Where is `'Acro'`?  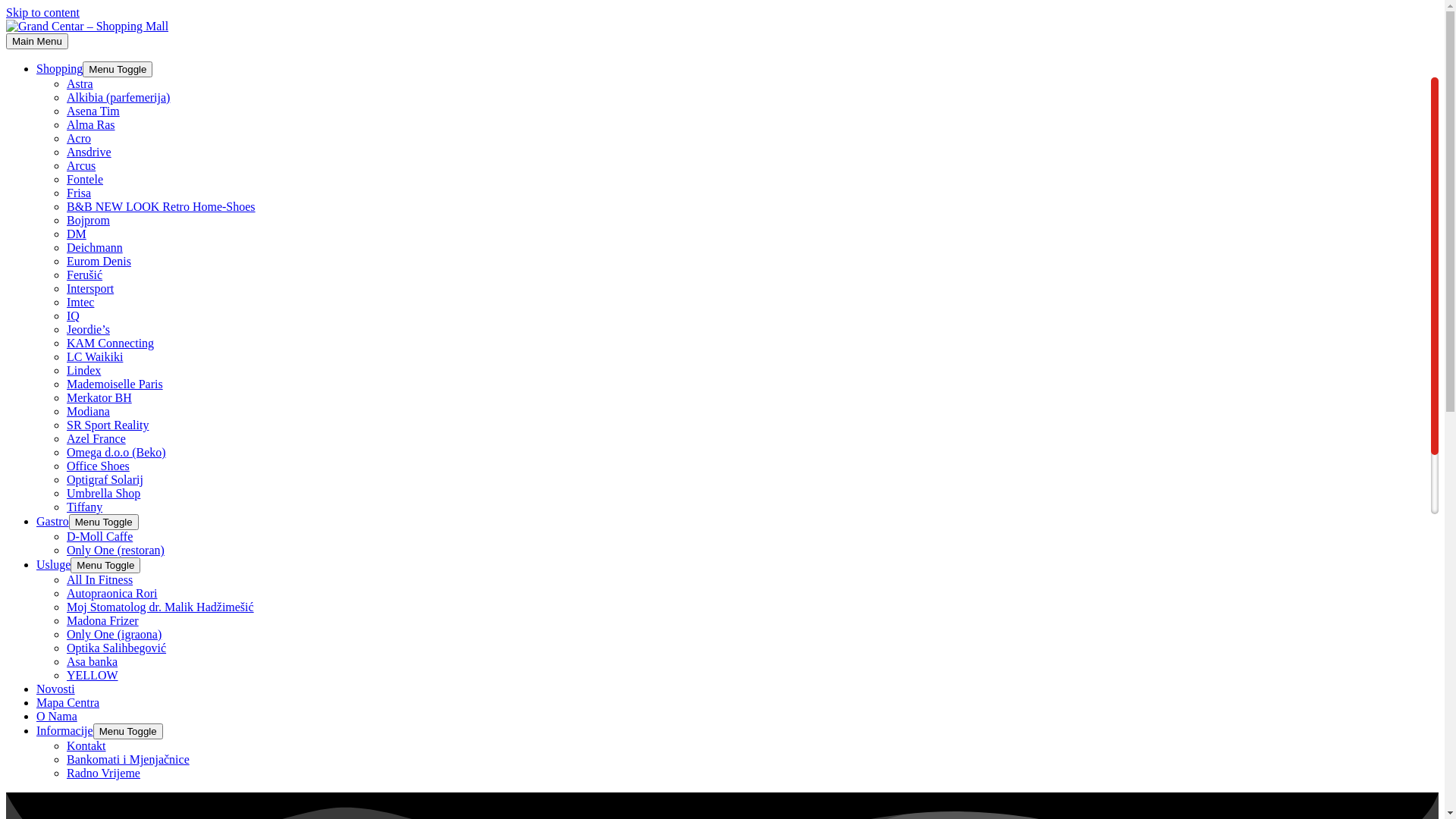
'Acro' is located at coordinates (78, 138).